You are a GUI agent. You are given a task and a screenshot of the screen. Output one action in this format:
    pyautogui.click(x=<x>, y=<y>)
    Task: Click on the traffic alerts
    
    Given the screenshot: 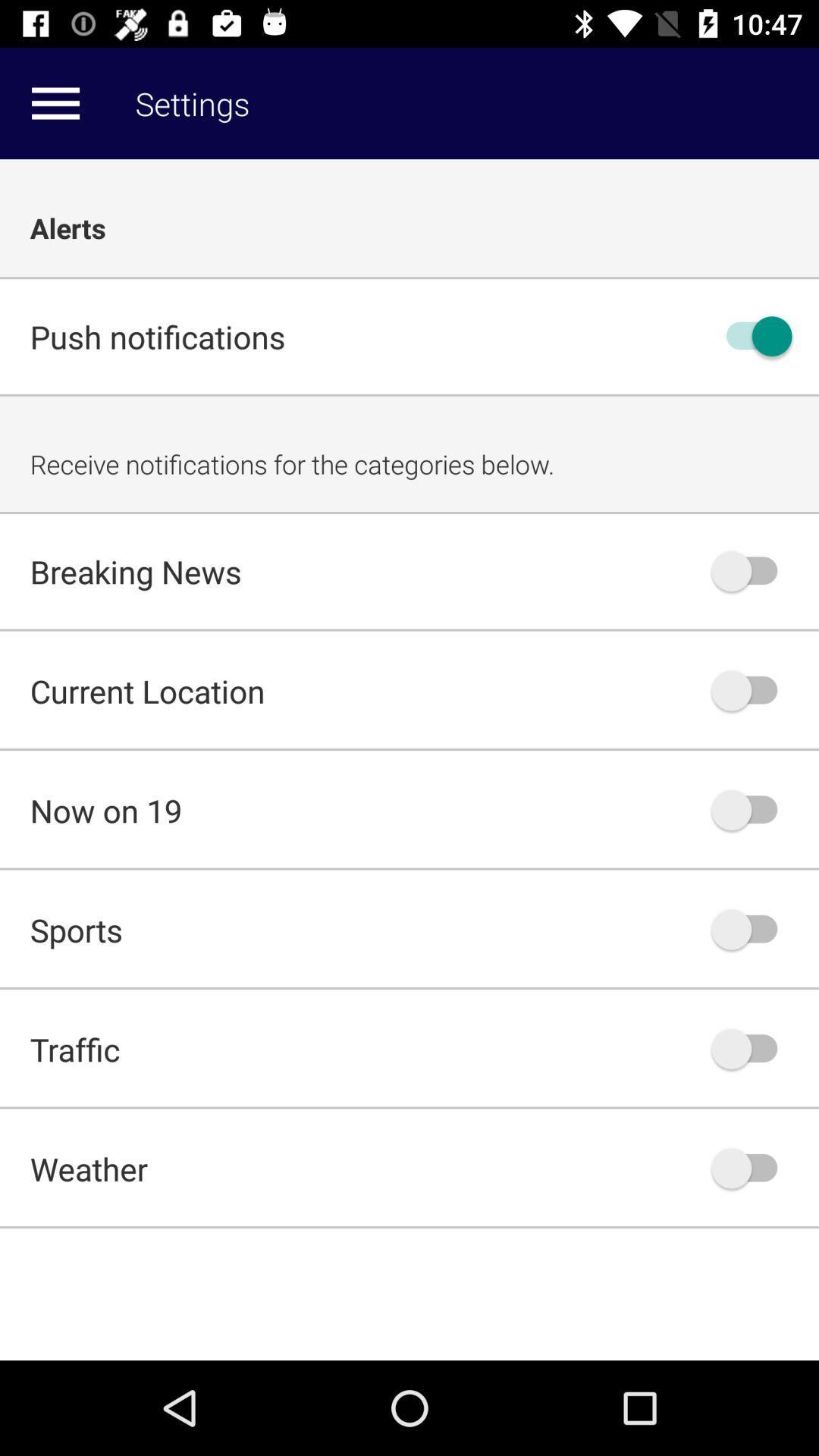 What is the action you would take?
    pyautogui.click(x=752, y=1048)
    